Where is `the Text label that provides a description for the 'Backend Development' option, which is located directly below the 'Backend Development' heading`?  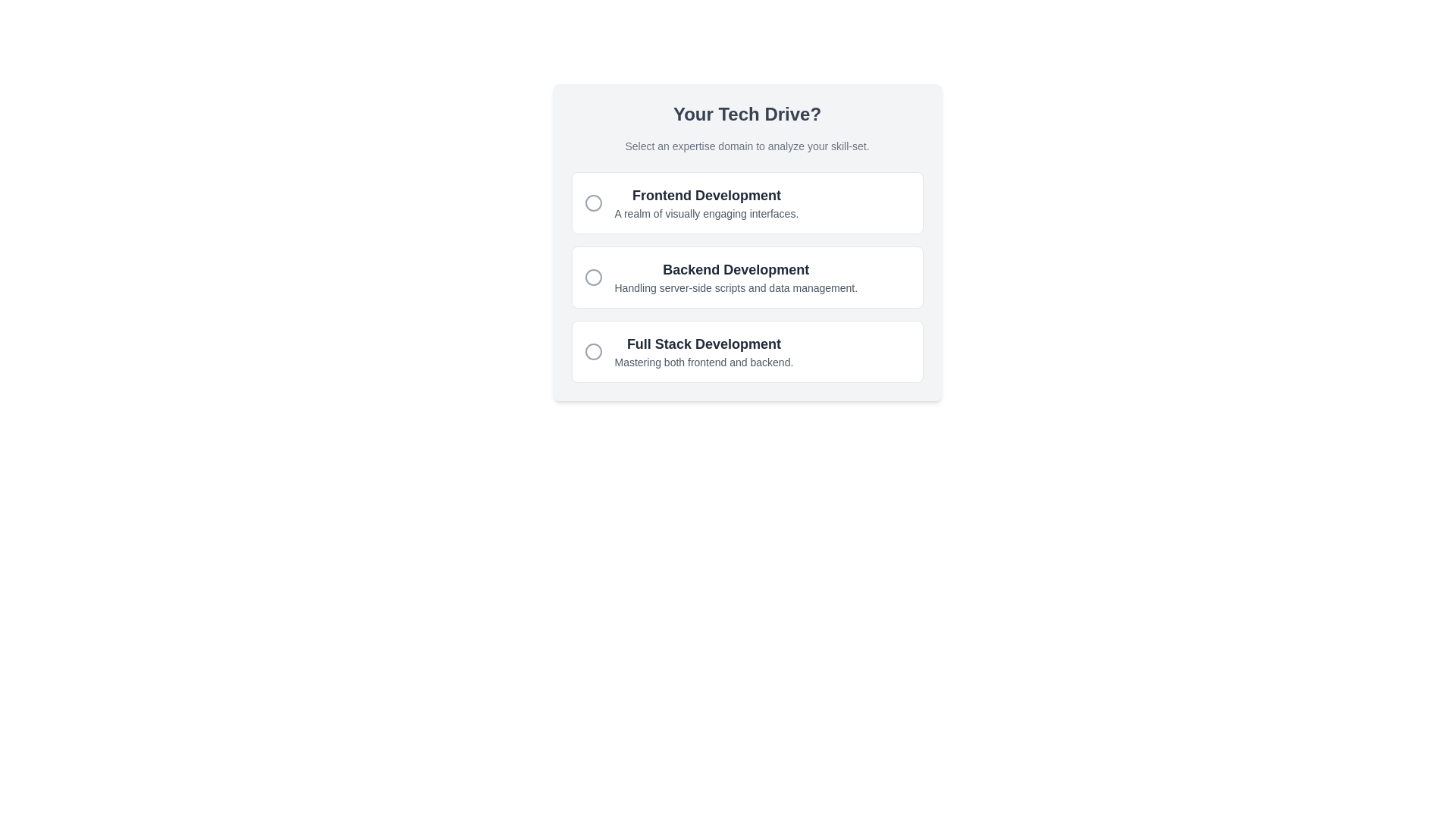 the Text label that provides a description for the 'Backend Development' option, which is located directly below the 'Backend Development' heading is located at coordinates (736, 288).